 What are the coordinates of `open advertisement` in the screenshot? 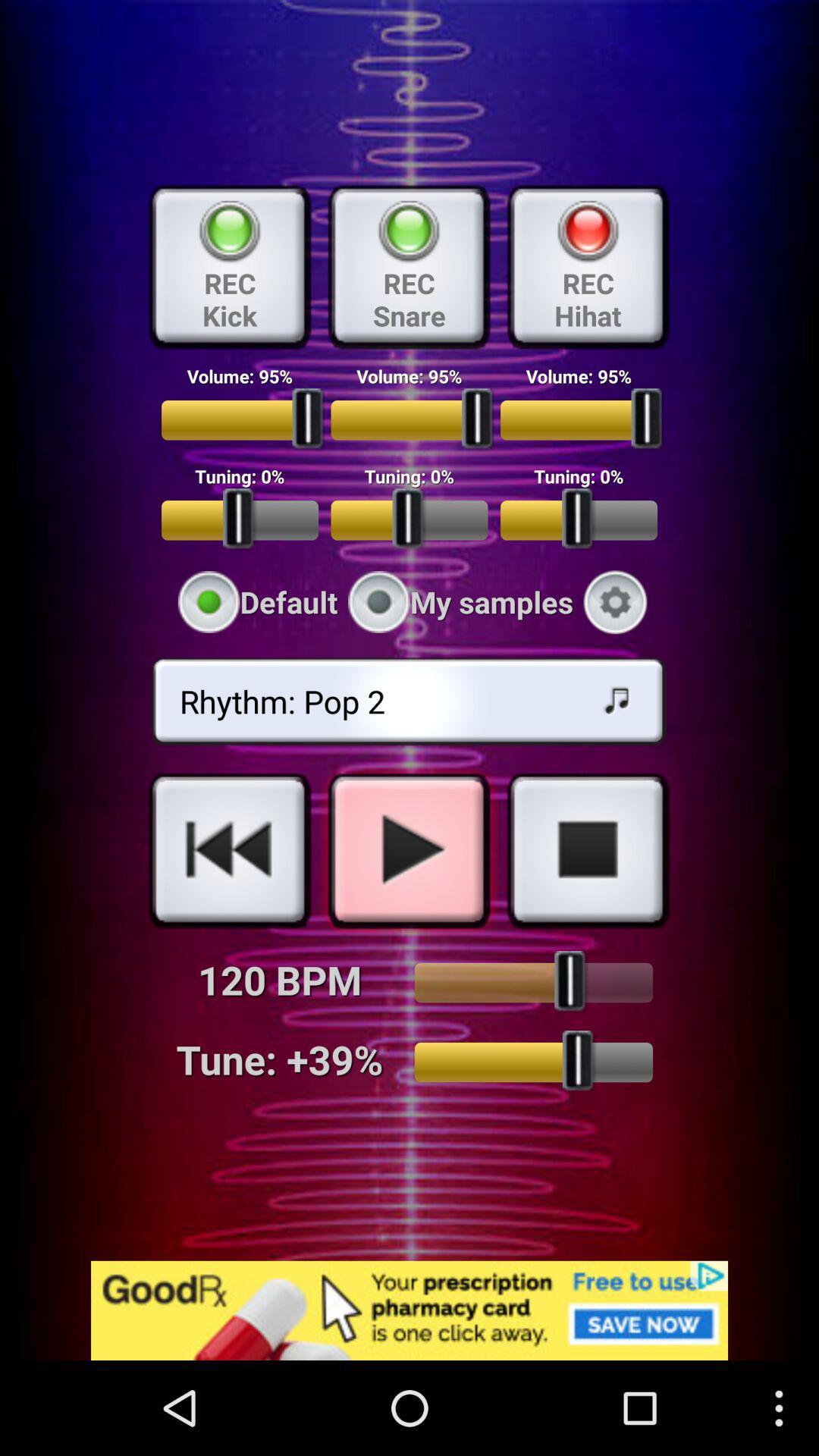 It's located at (409, 1310).